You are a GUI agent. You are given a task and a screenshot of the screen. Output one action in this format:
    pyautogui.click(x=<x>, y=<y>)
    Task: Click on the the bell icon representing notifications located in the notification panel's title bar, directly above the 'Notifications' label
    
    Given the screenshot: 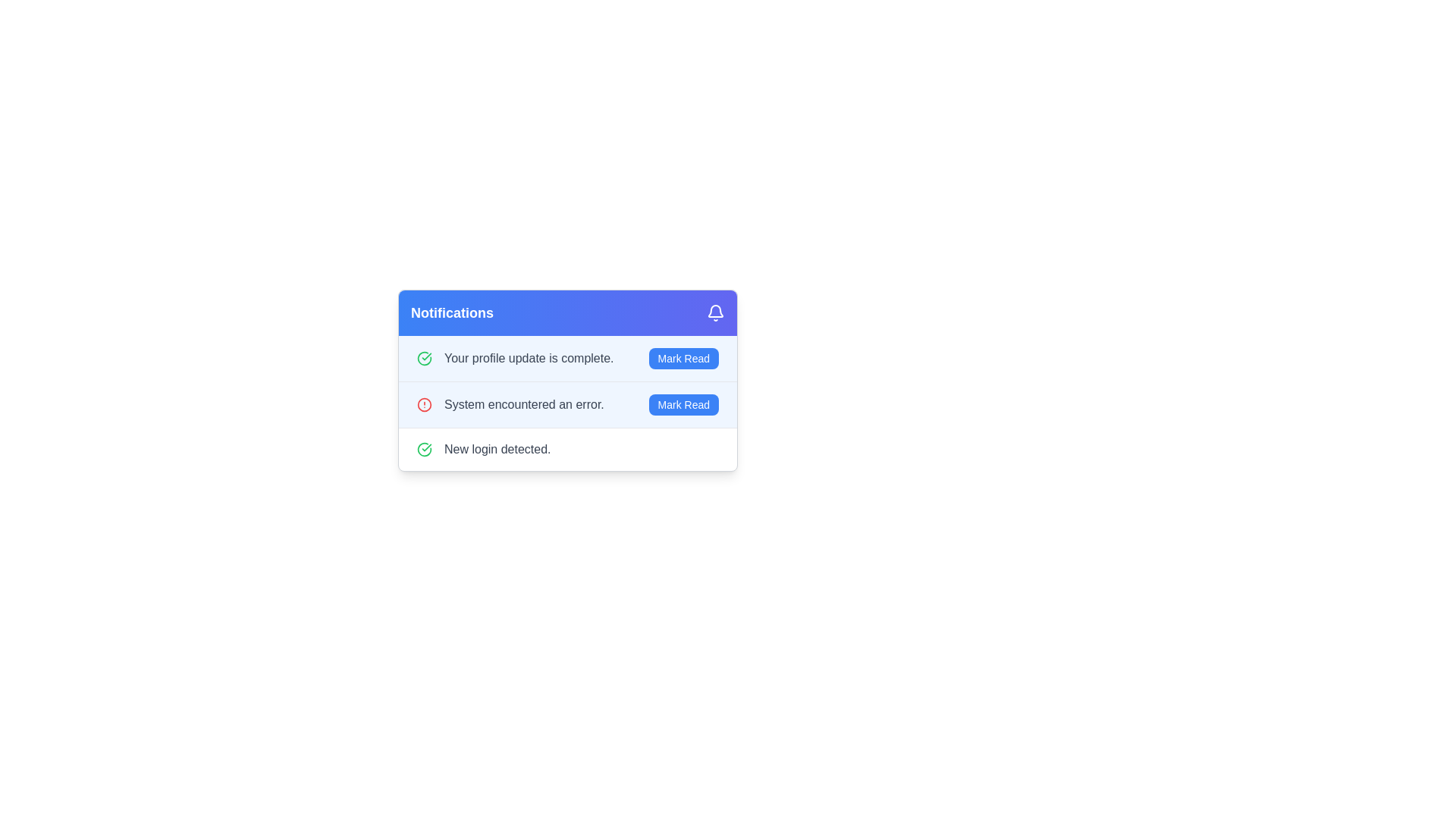 What is the action you would take?
    pyautogui.click(x=715, y=310)
    